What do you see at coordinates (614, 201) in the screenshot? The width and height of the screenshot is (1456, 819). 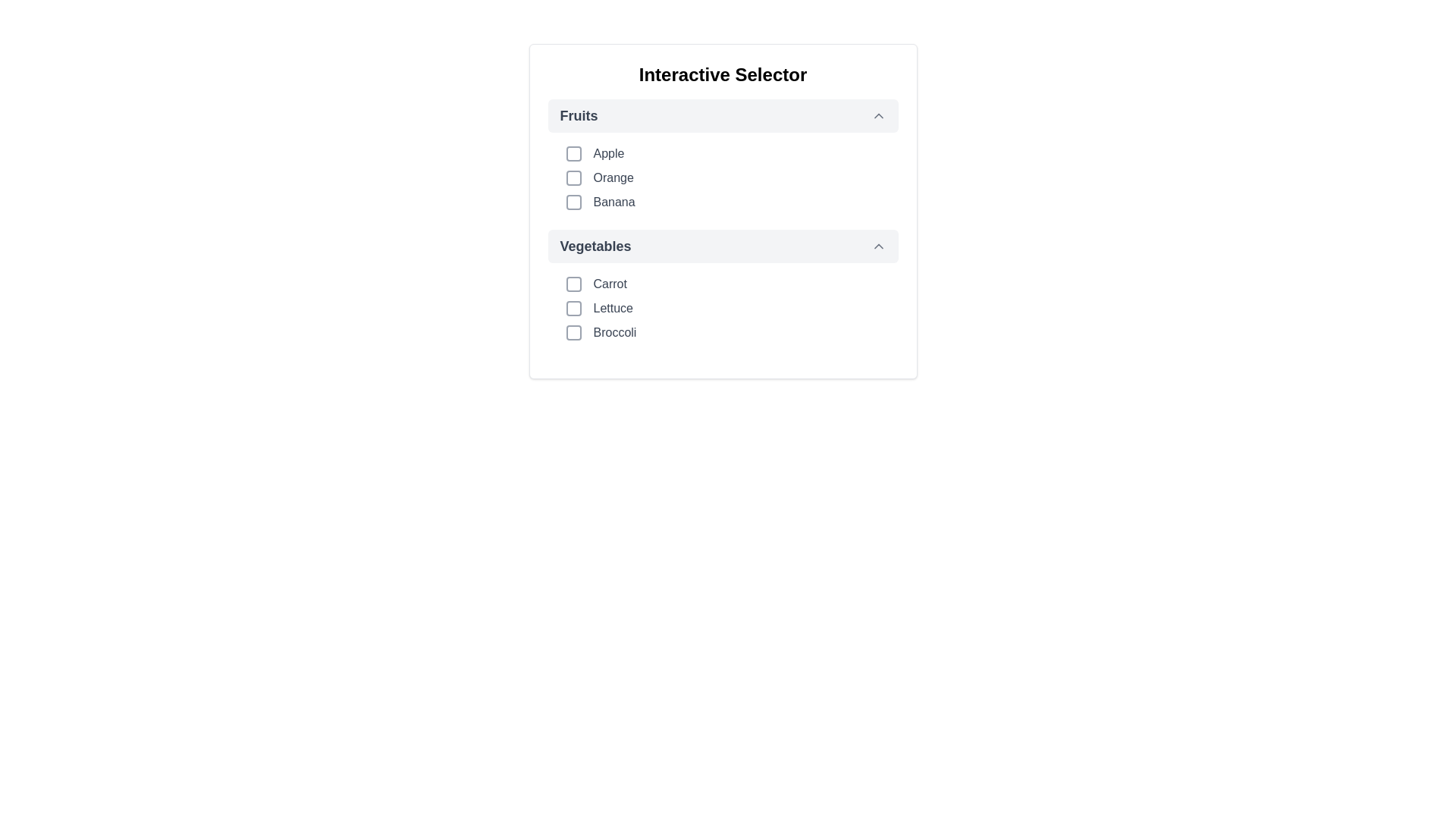 I see `the static text label that describes the option 'Banana' in the 'Fruits' section` at bounding box center [614, 201].